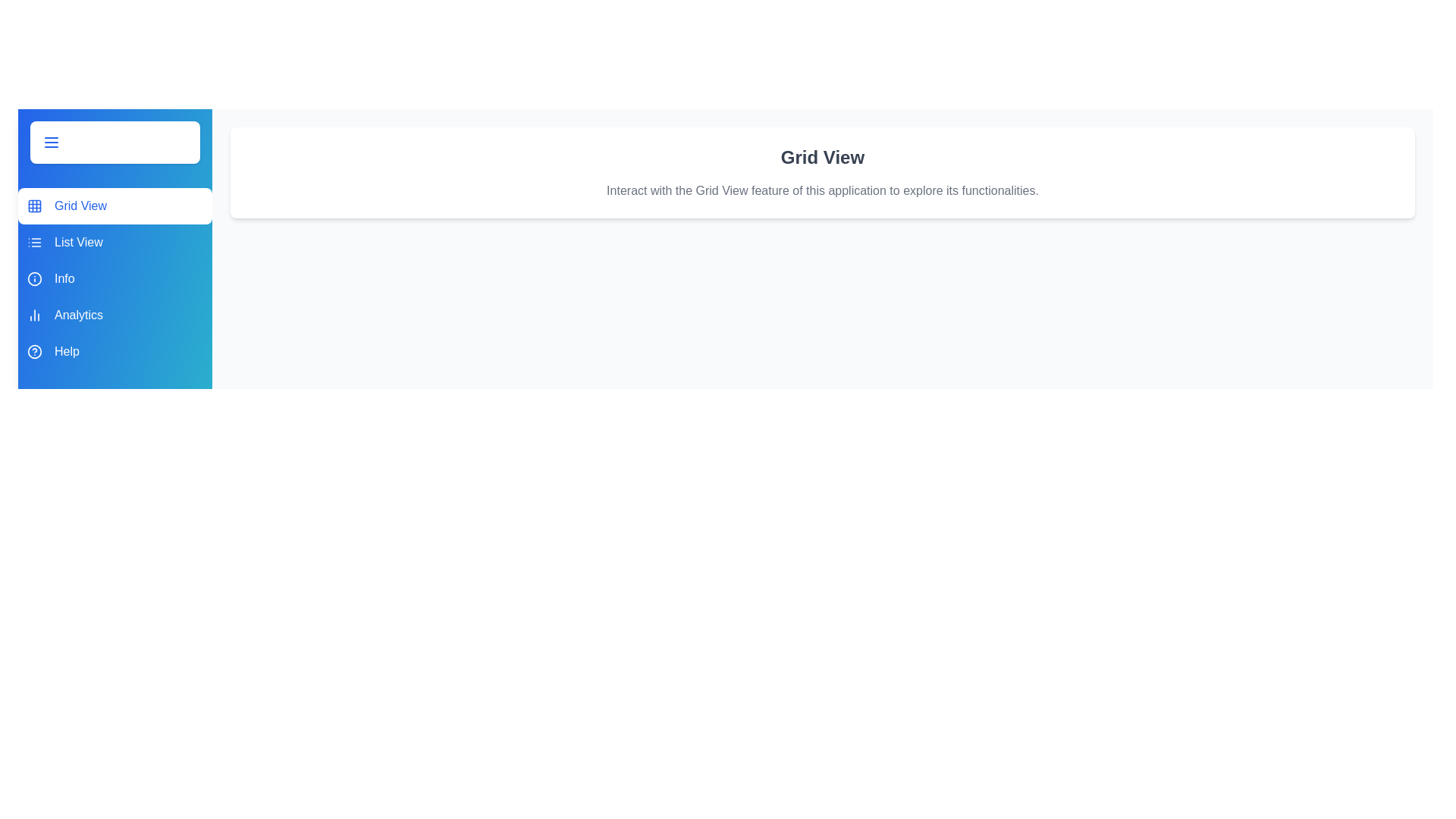 The width and height of the screenshot is (1456, 819). Describe the element at coordinates (115, 278) in the screenshot. I see `the feature Info from the sidebar menu` at that location.